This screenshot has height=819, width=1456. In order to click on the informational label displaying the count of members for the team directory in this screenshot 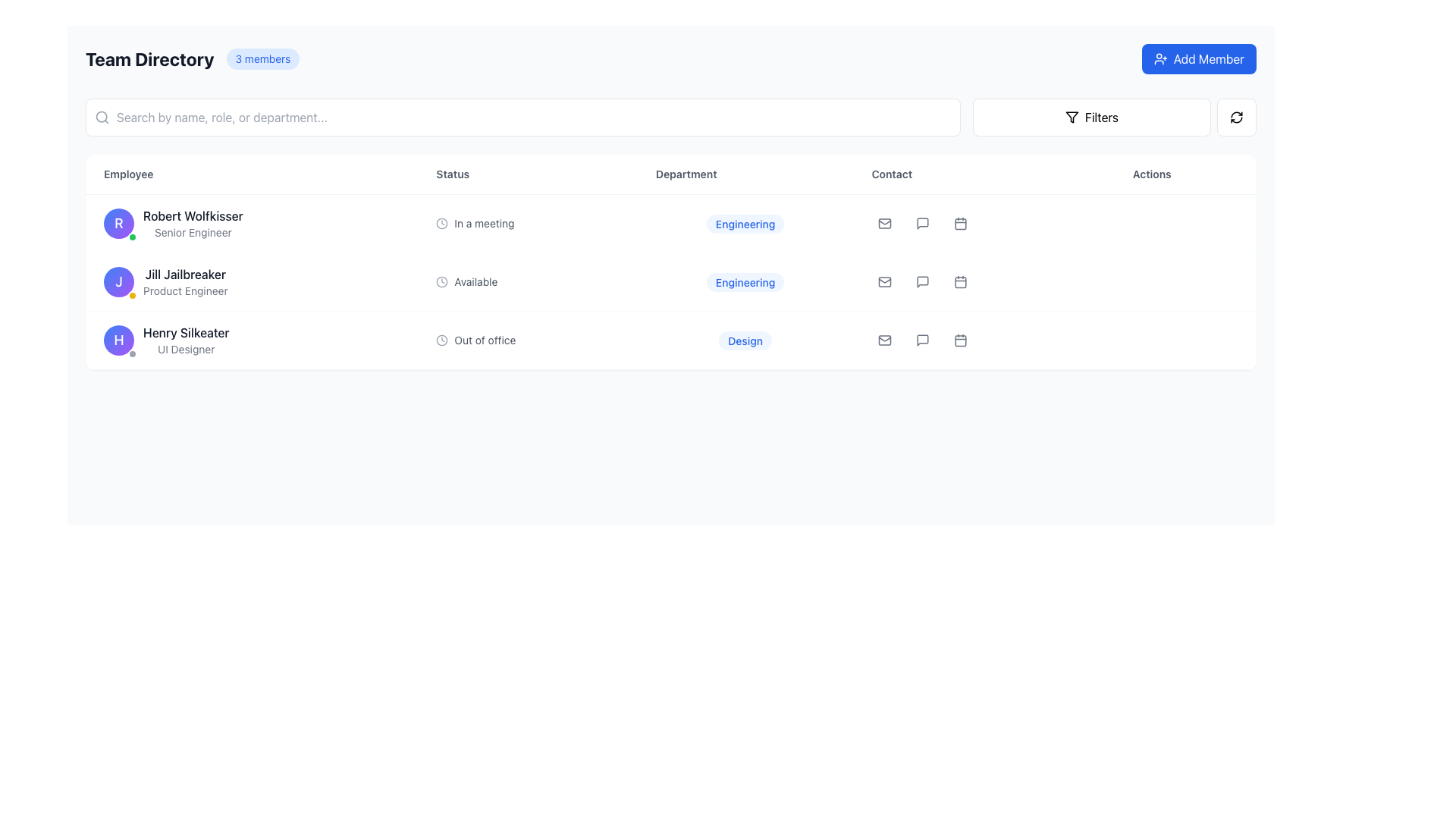, I will do `click(262, 58)`.